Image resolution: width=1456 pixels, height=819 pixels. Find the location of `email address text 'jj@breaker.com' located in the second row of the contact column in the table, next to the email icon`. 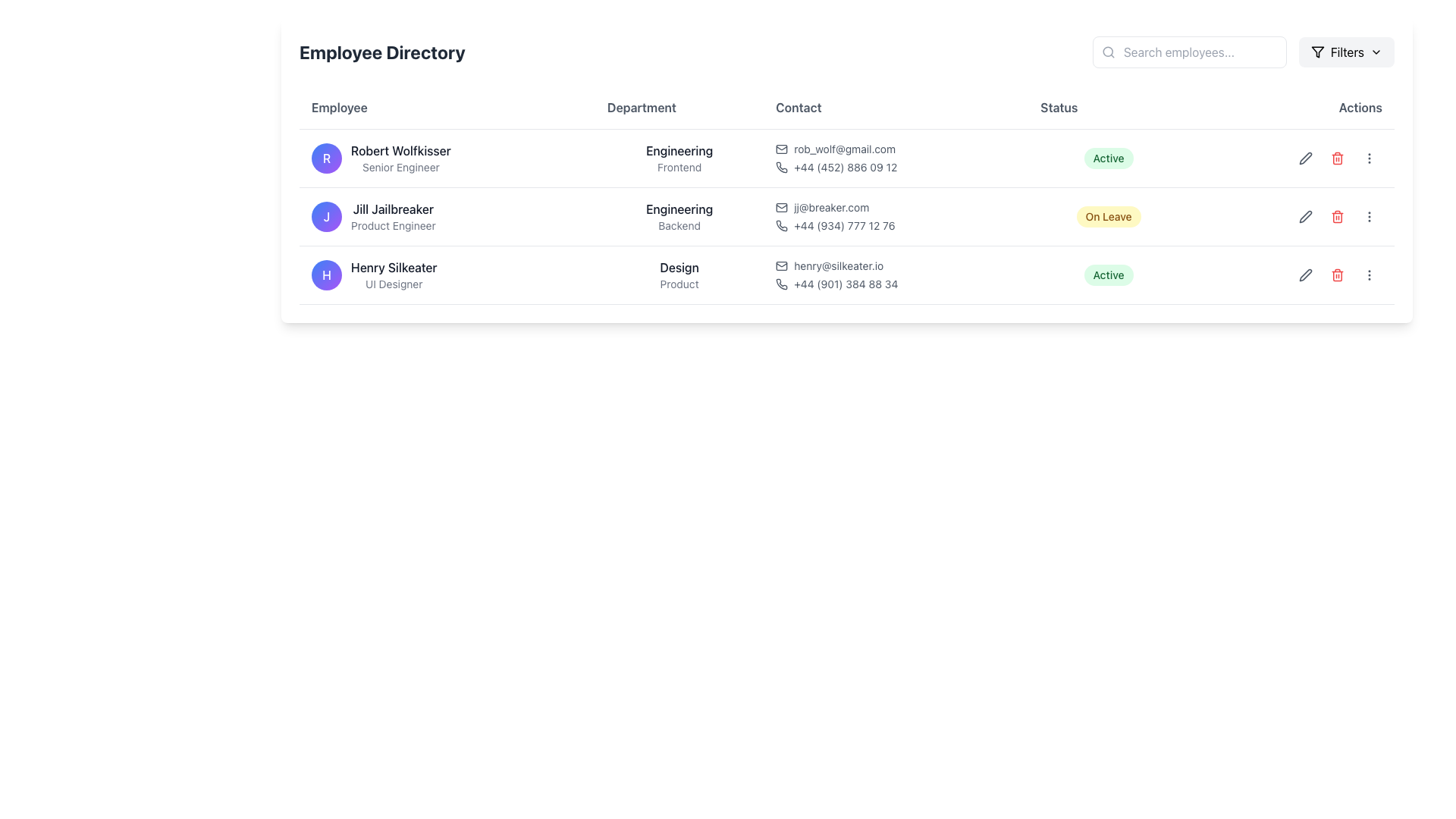

email address text 'jj@breaker.com' located in the second row of the contact column in the table, next to the email icon is located at coordinates (830, 207).